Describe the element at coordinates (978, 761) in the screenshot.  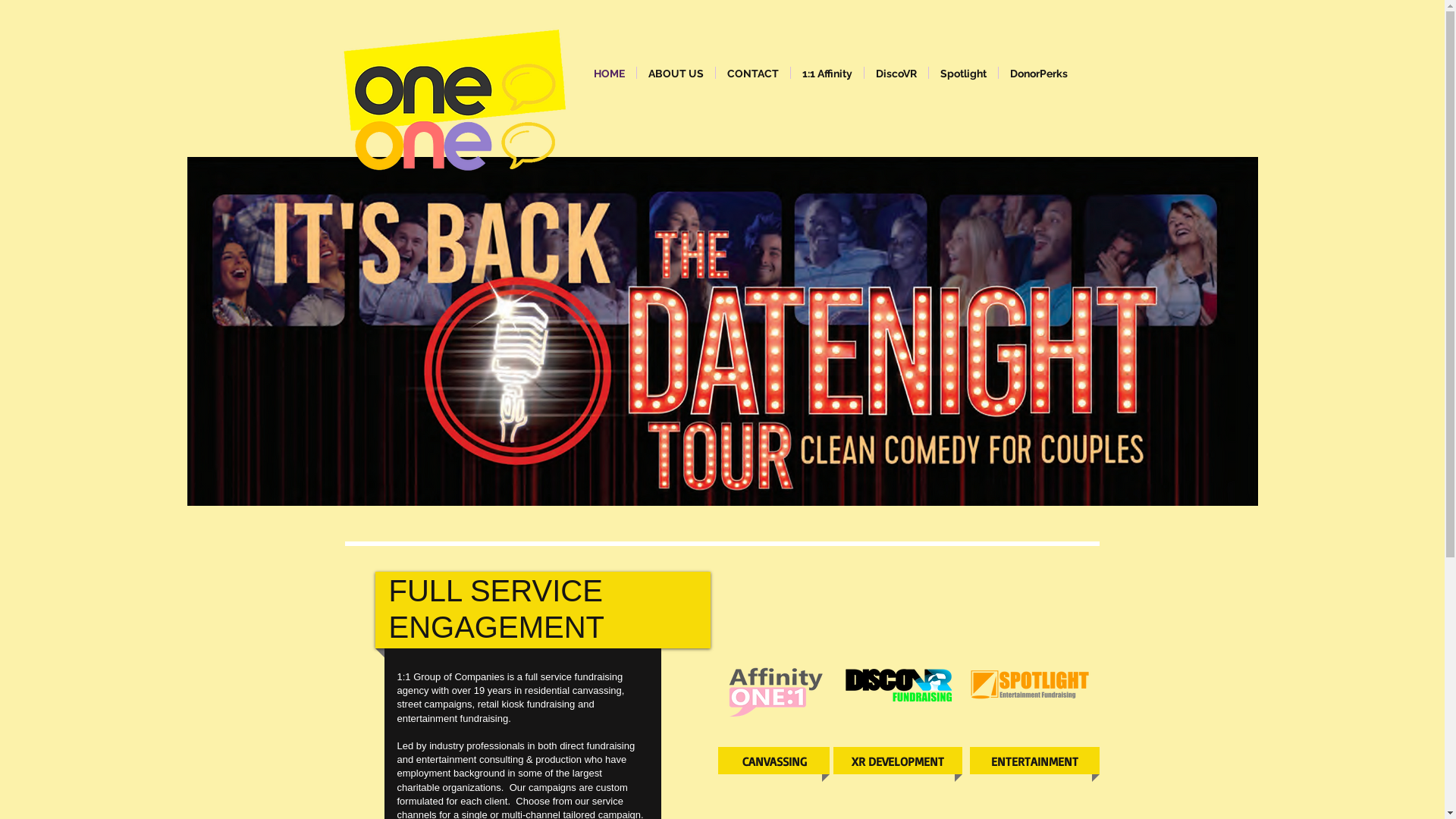
I see `'ENTERTAINMENT'` at that location.